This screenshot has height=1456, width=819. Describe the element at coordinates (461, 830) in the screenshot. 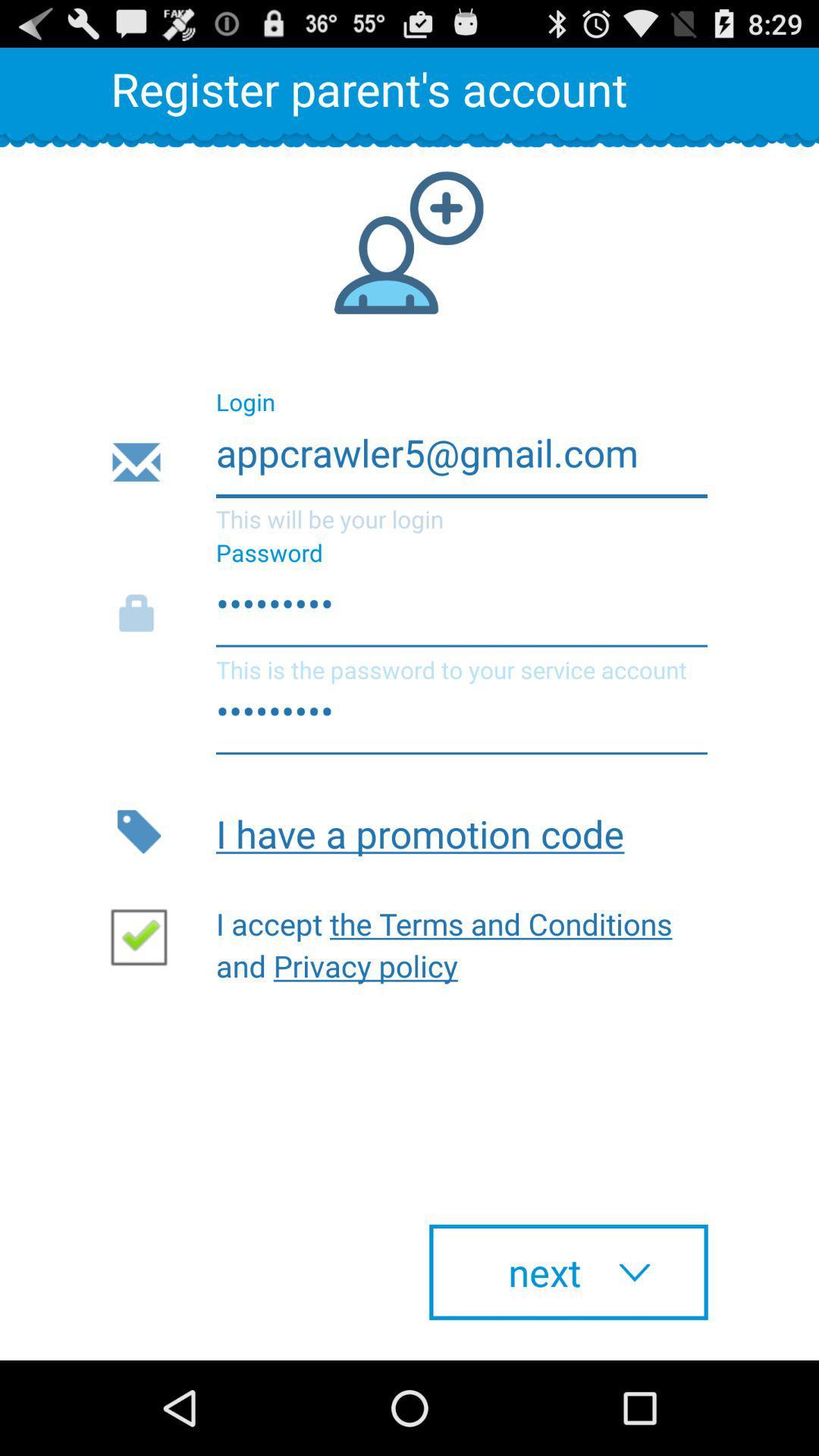

I see `the i have a` at that location.